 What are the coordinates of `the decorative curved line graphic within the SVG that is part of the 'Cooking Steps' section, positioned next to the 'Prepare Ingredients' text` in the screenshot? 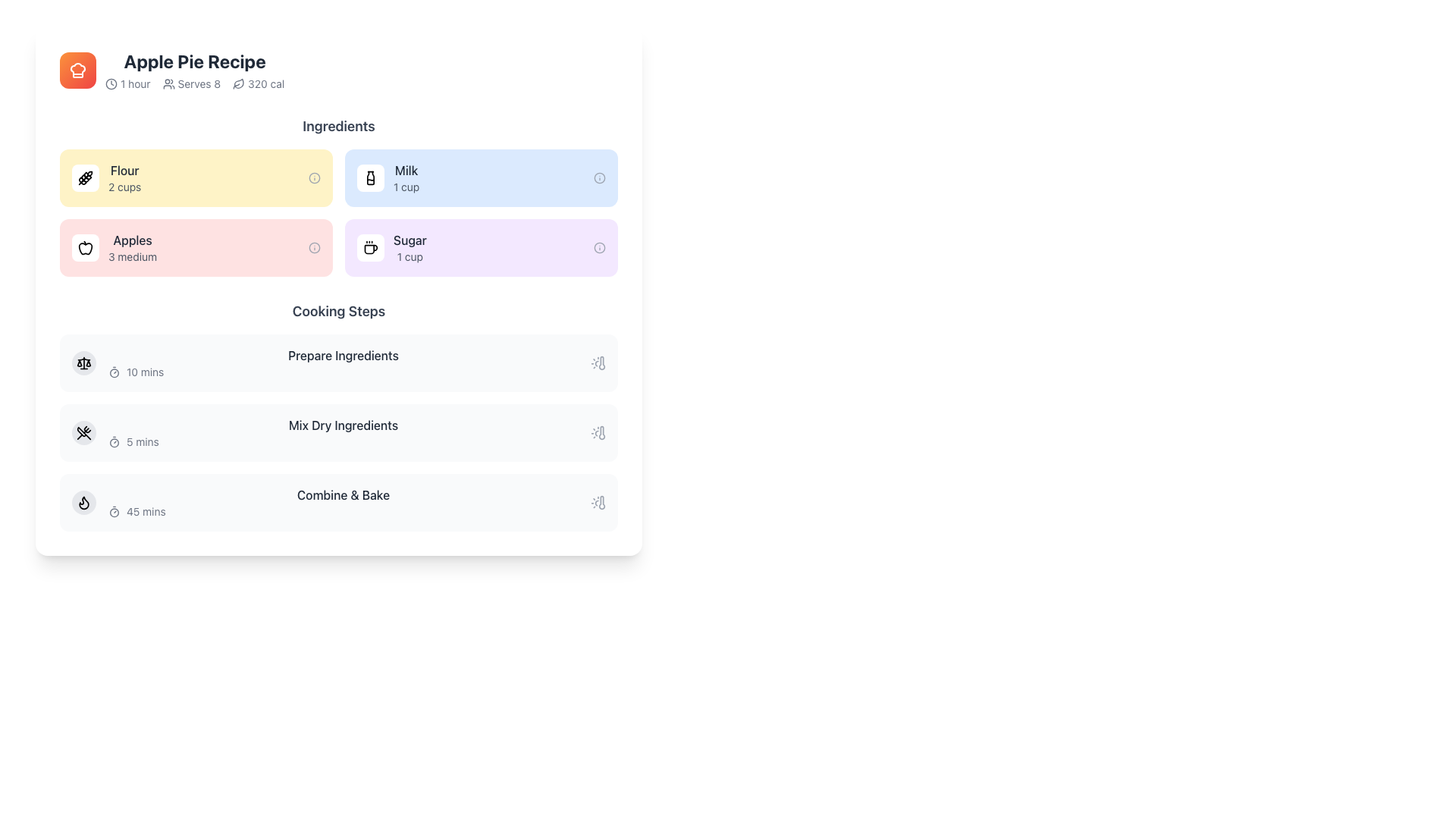 It's located at (83, 359).